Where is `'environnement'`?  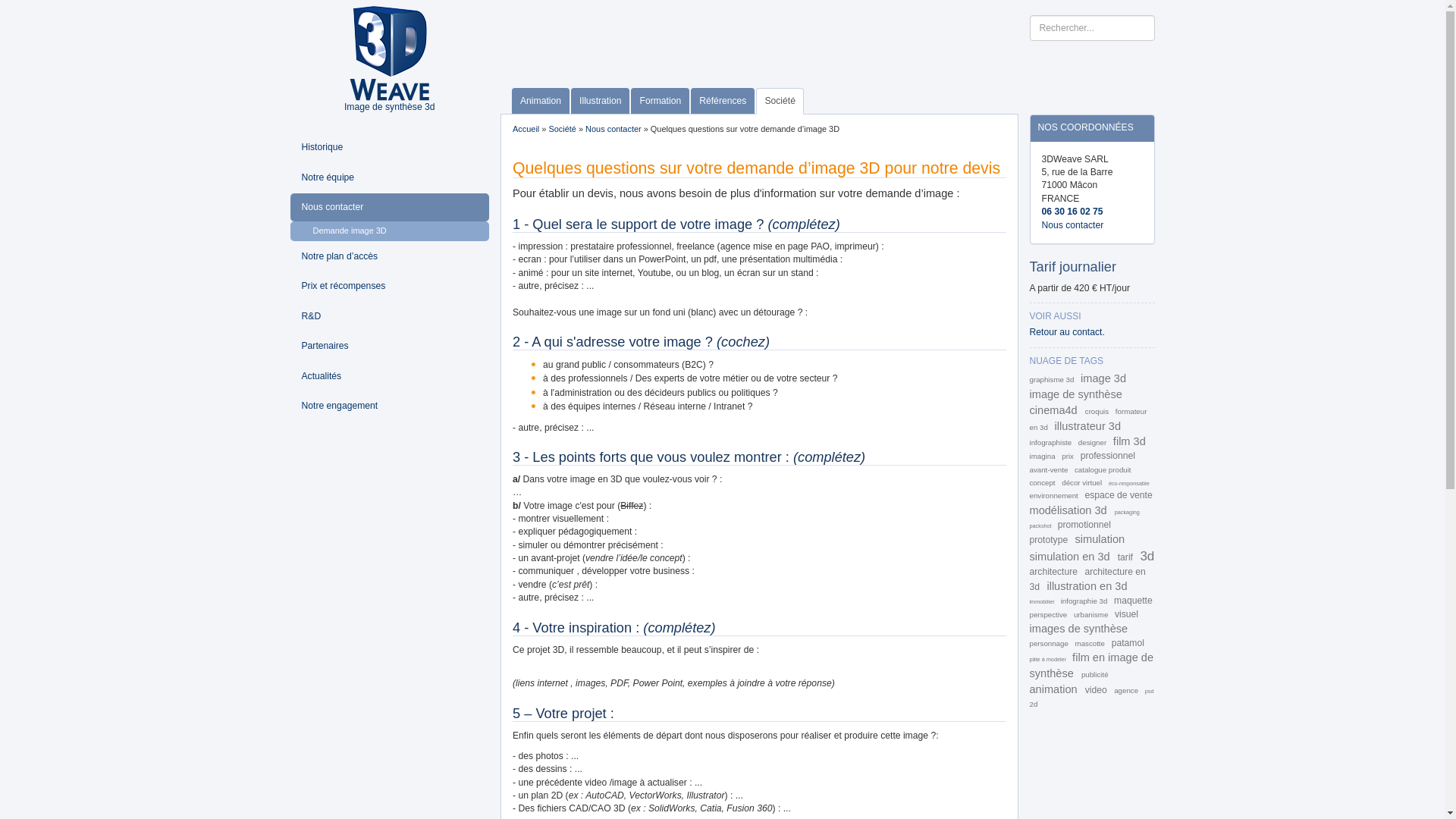 'environnement' is located at coordinates (1054, 495).